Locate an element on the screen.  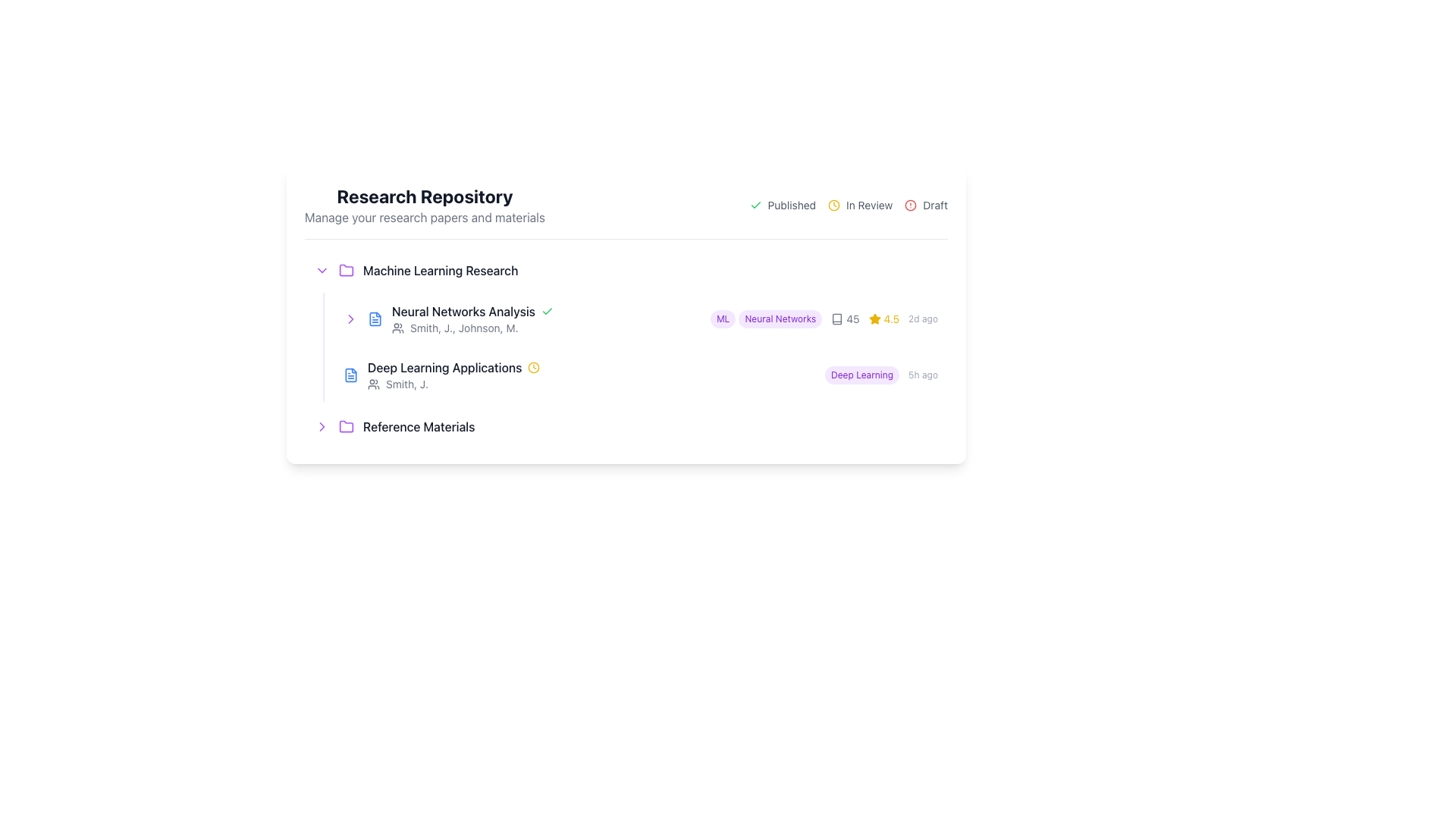
the first entry titled 'Neural Networks Analysis' in the 'Machine Learning Research' section is located at coordinates (626, 326).